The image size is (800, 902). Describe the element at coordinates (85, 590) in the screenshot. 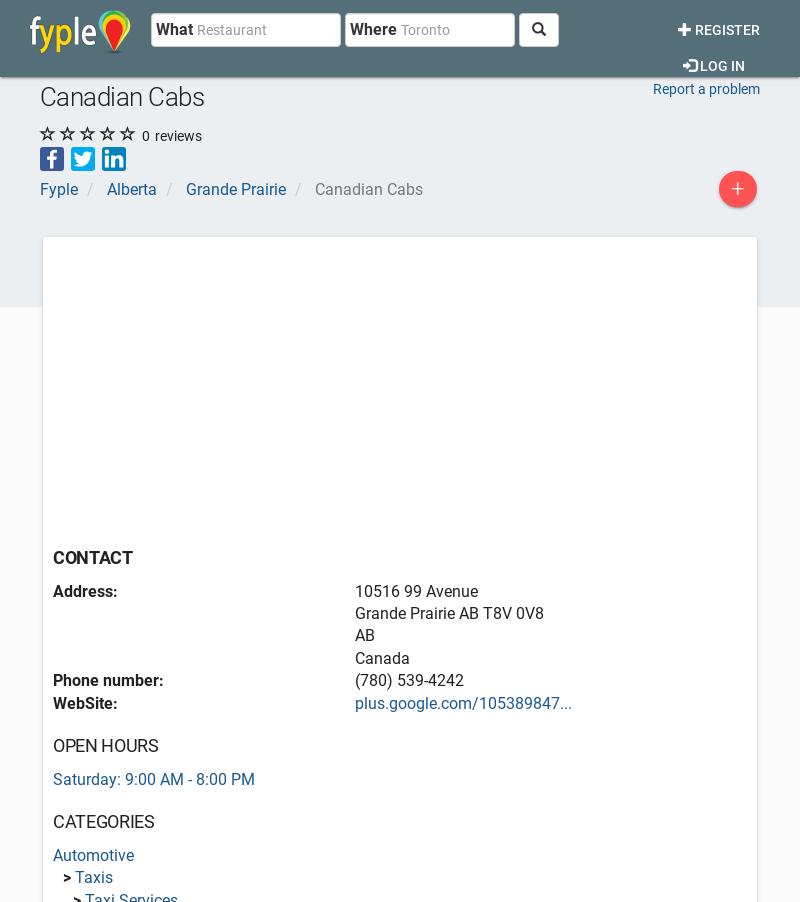

I see `'Address:'` at that location.